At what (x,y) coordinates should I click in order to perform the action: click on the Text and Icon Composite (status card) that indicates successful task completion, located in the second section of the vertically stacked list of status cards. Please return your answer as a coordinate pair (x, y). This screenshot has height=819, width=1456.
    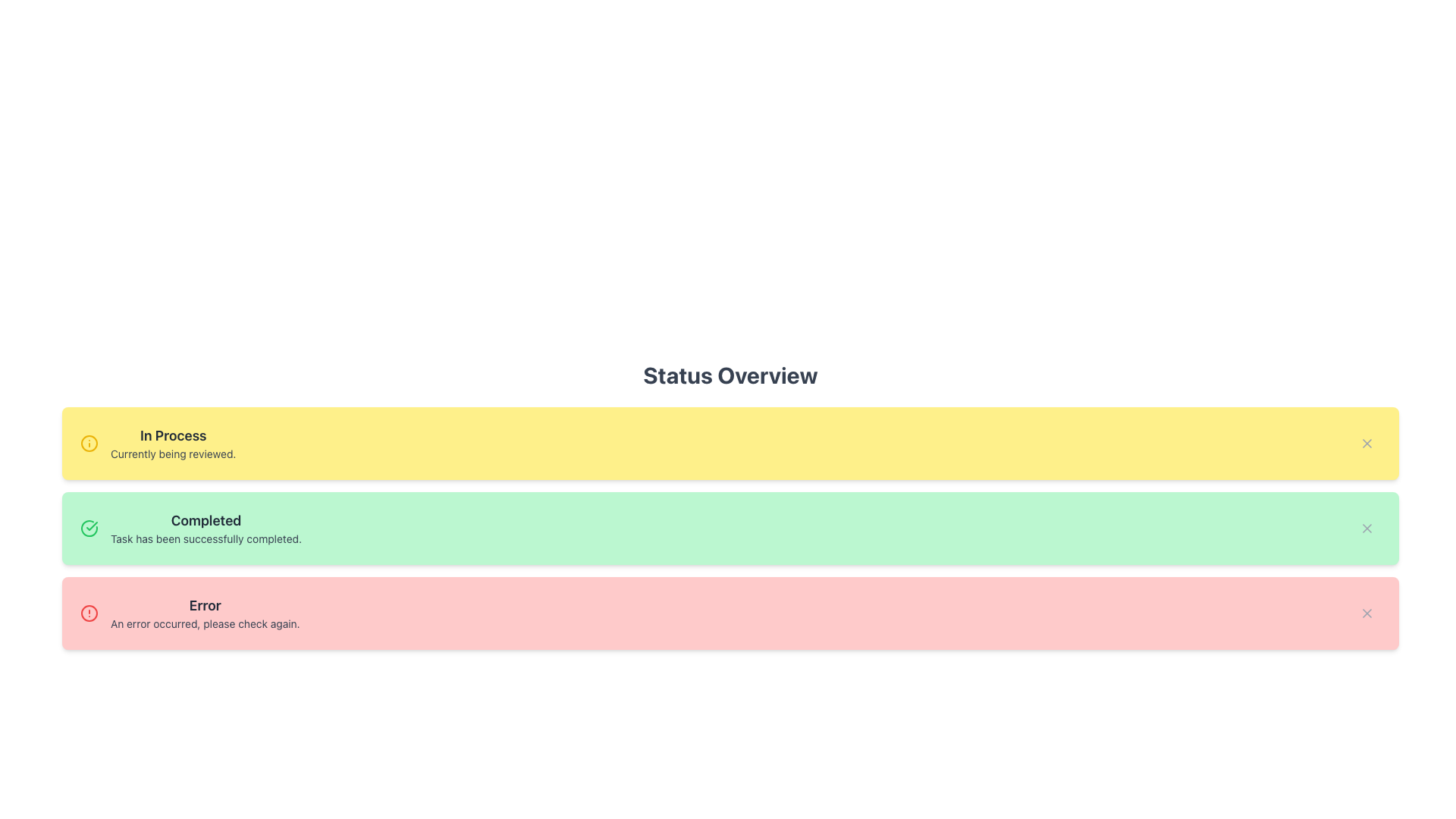
    Looking at the image, I should click on (190, 528).